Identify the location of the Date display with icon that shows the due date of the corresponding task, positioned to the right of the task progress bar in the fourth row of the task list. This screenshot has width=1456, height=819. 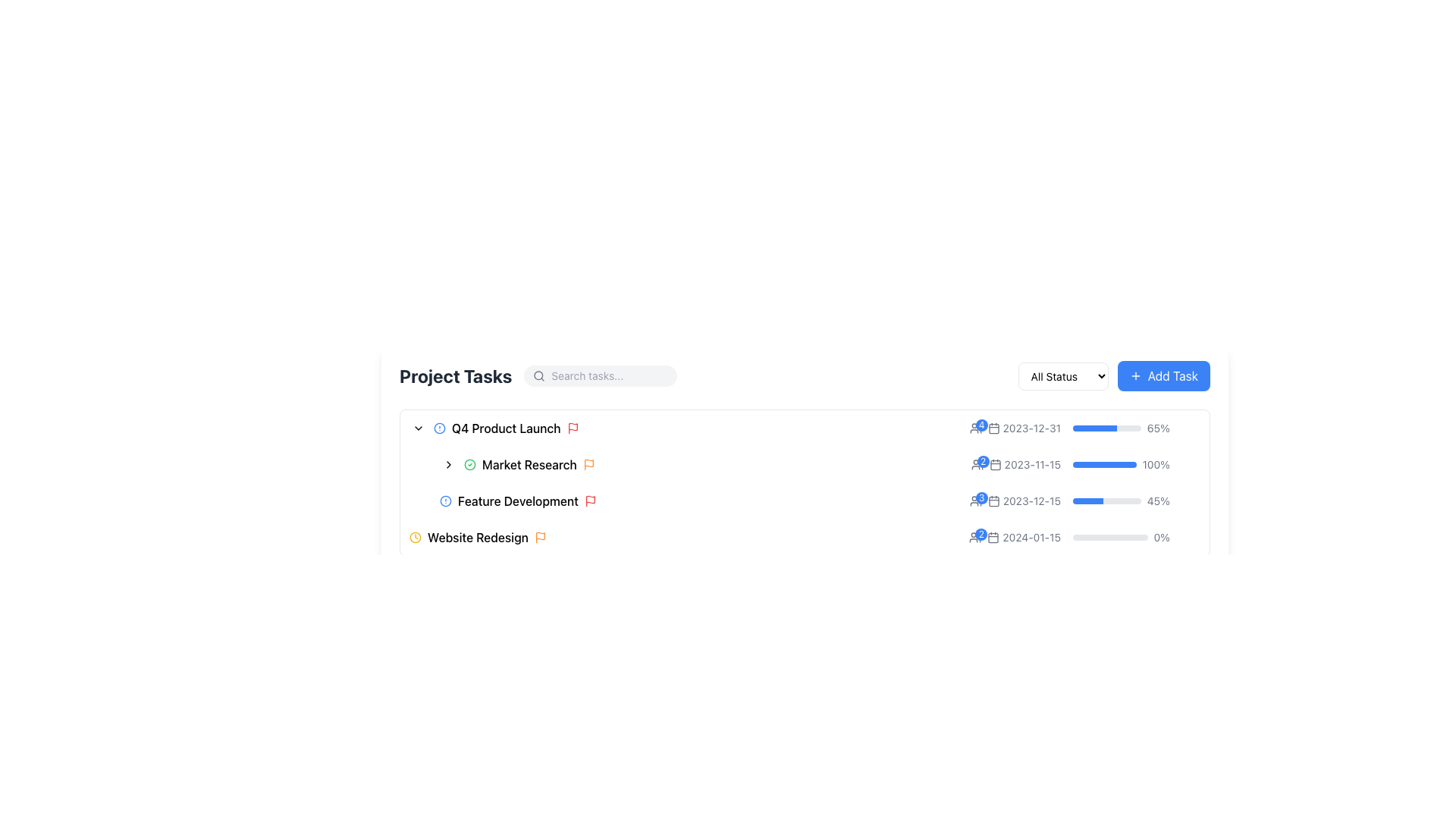
(1024, 537).